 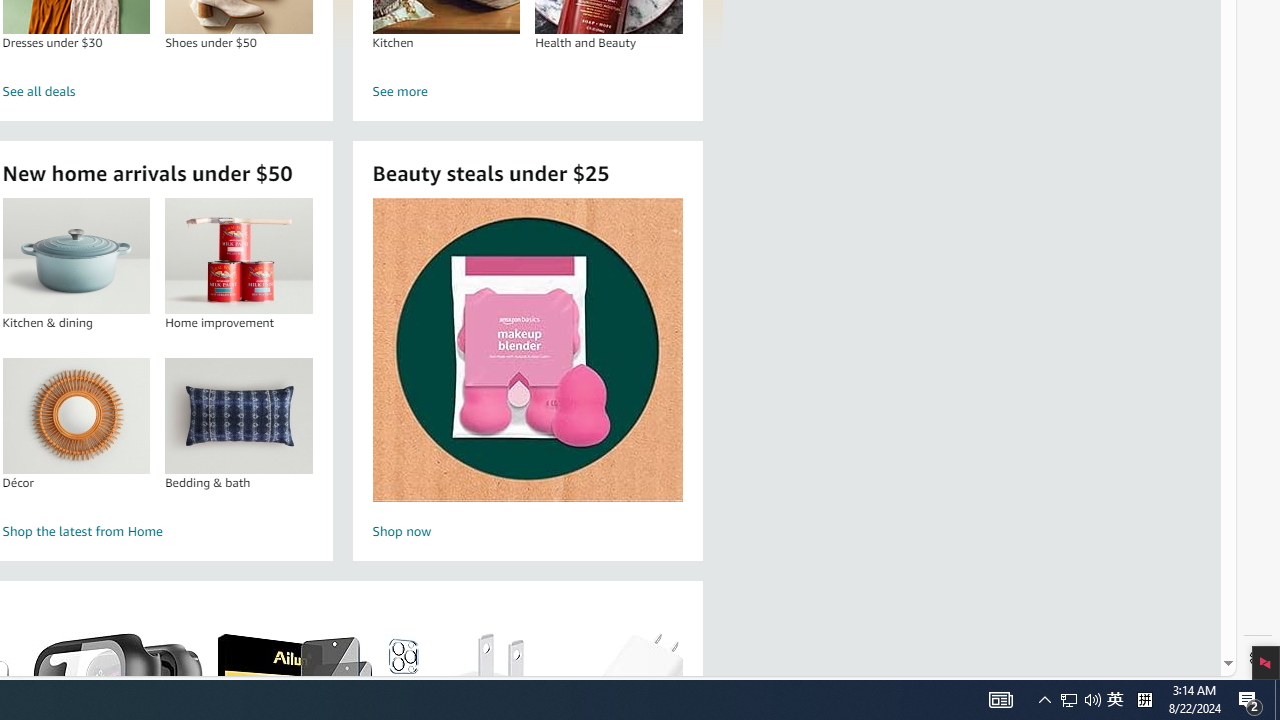 I want to click on 'Kitchen & dining', so click(x=76, y=255).